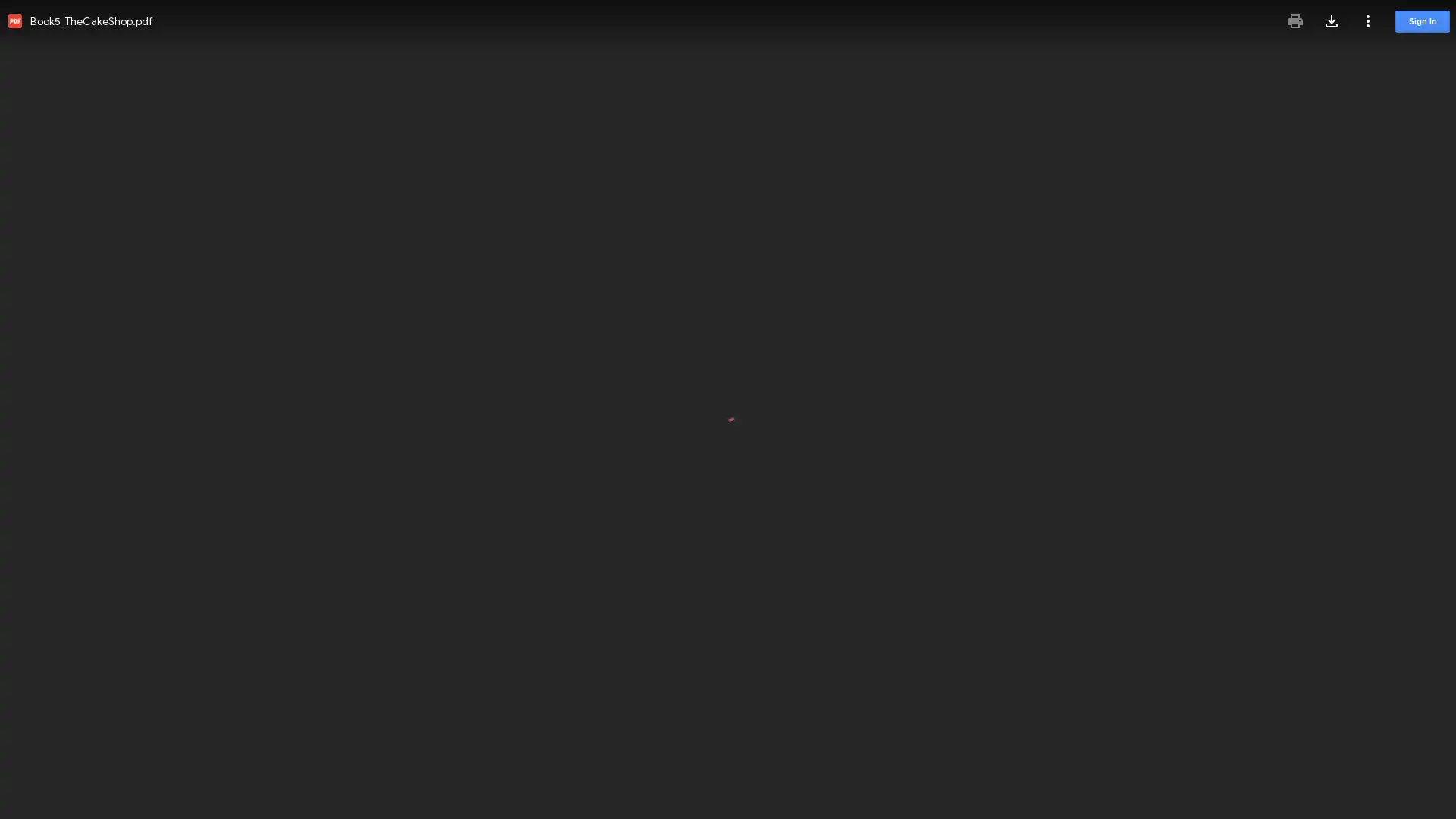 The height and width of the screenshot is (819, 1456). Describe the element at coordinates (1422, 21) in the screenshot. I see `Sign In` at that location.